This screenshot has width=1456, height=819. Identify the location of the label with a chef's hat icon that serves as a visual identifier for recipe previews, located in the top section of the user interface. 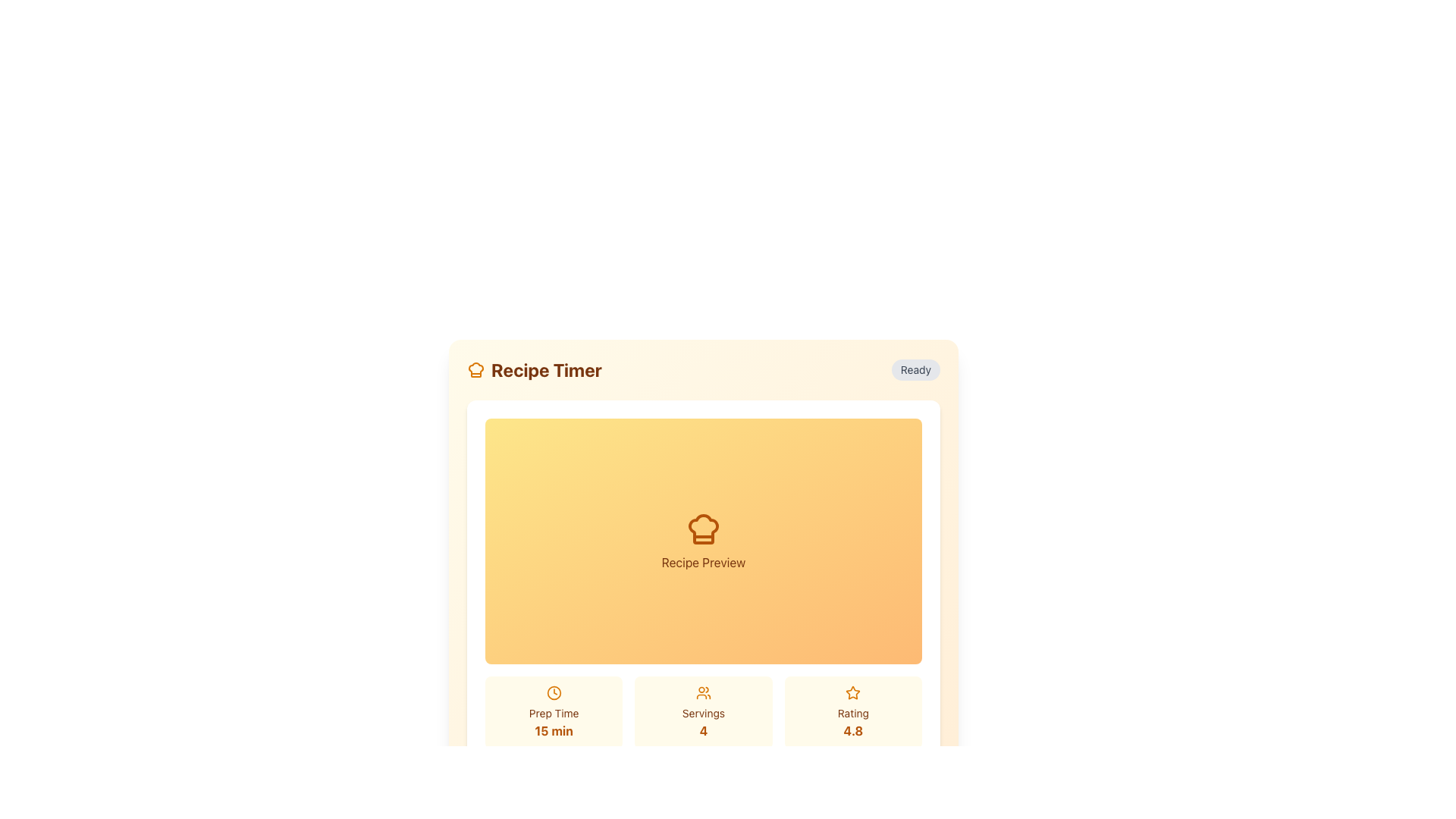
(702, 540).